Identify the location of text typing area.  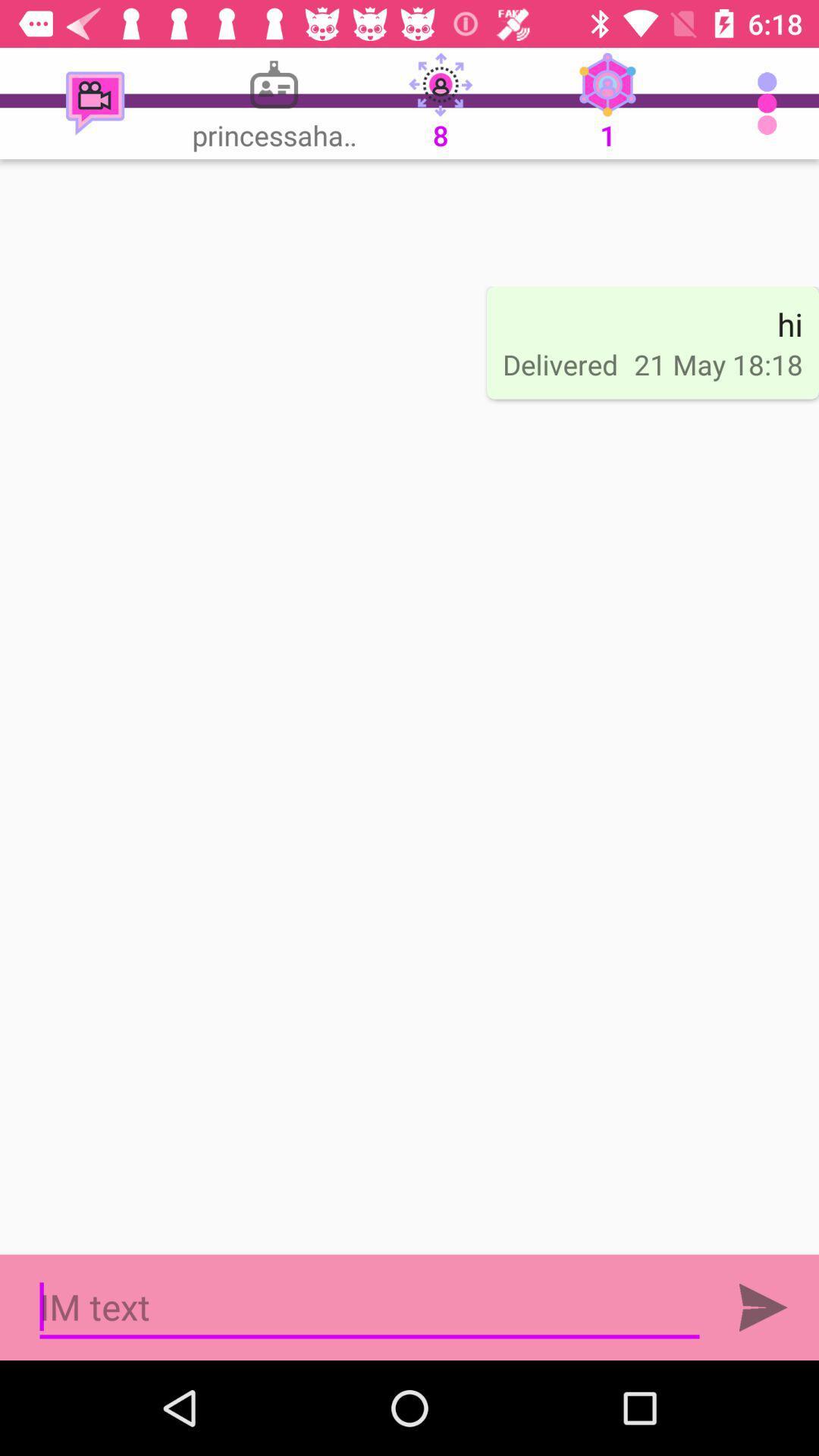
(369, 1307).